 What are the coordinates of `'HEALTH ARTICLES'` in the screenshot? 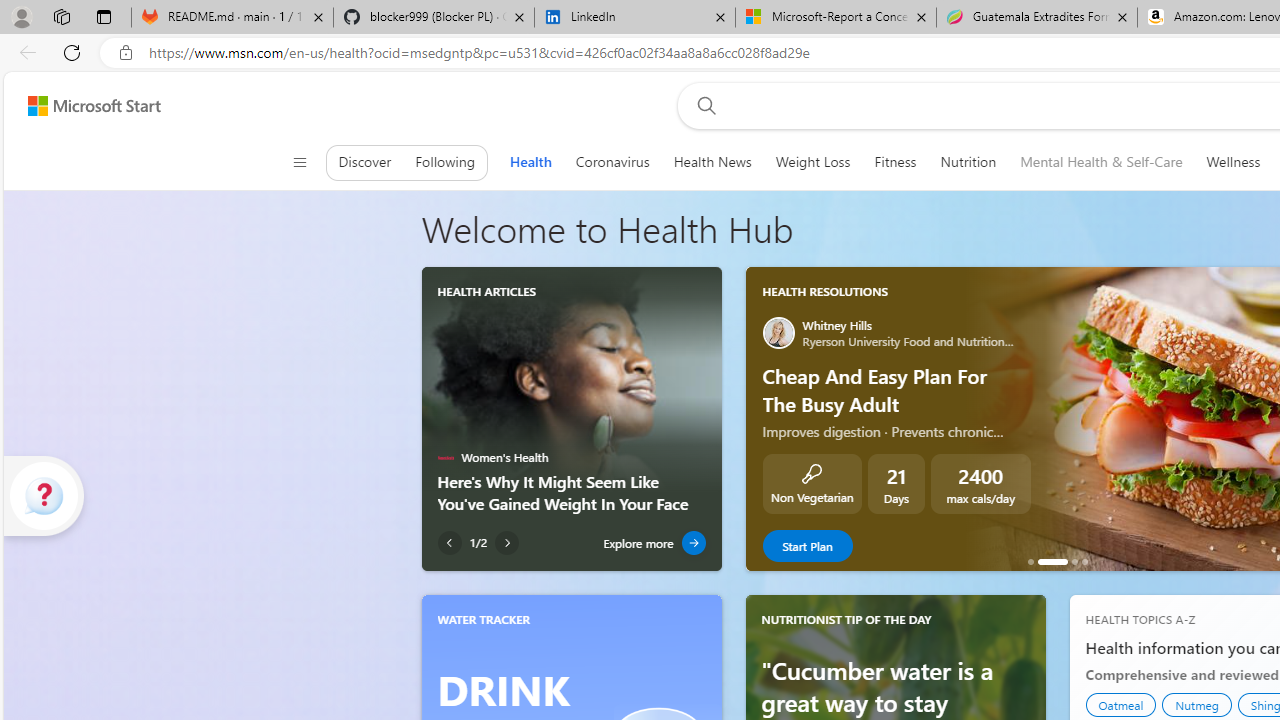 It's located at (487, 291).